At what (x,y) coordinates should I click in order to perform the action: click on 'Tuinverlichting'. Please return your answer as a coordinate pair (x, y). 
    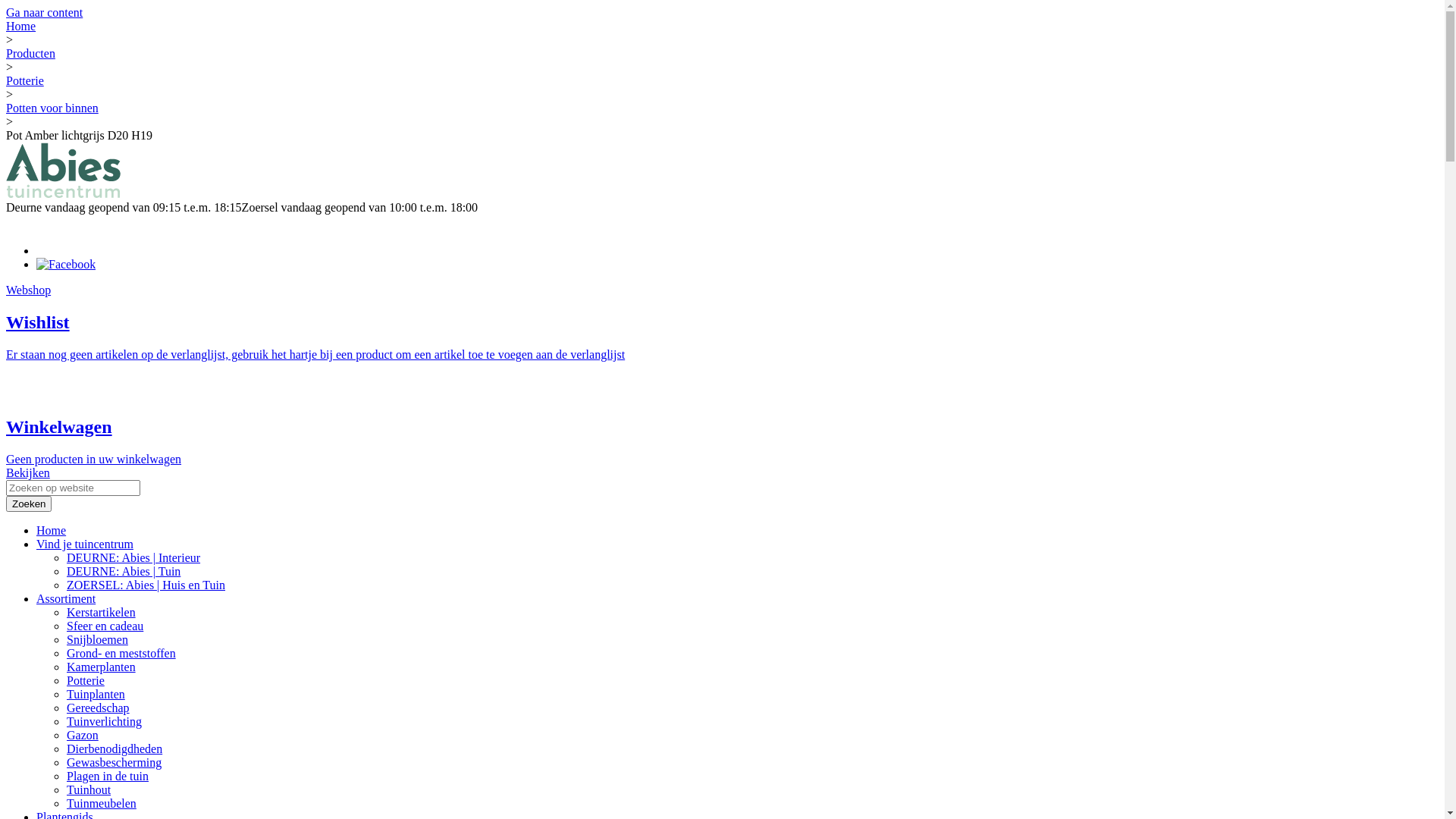
    Looking at the image, I should click on (103, 720).